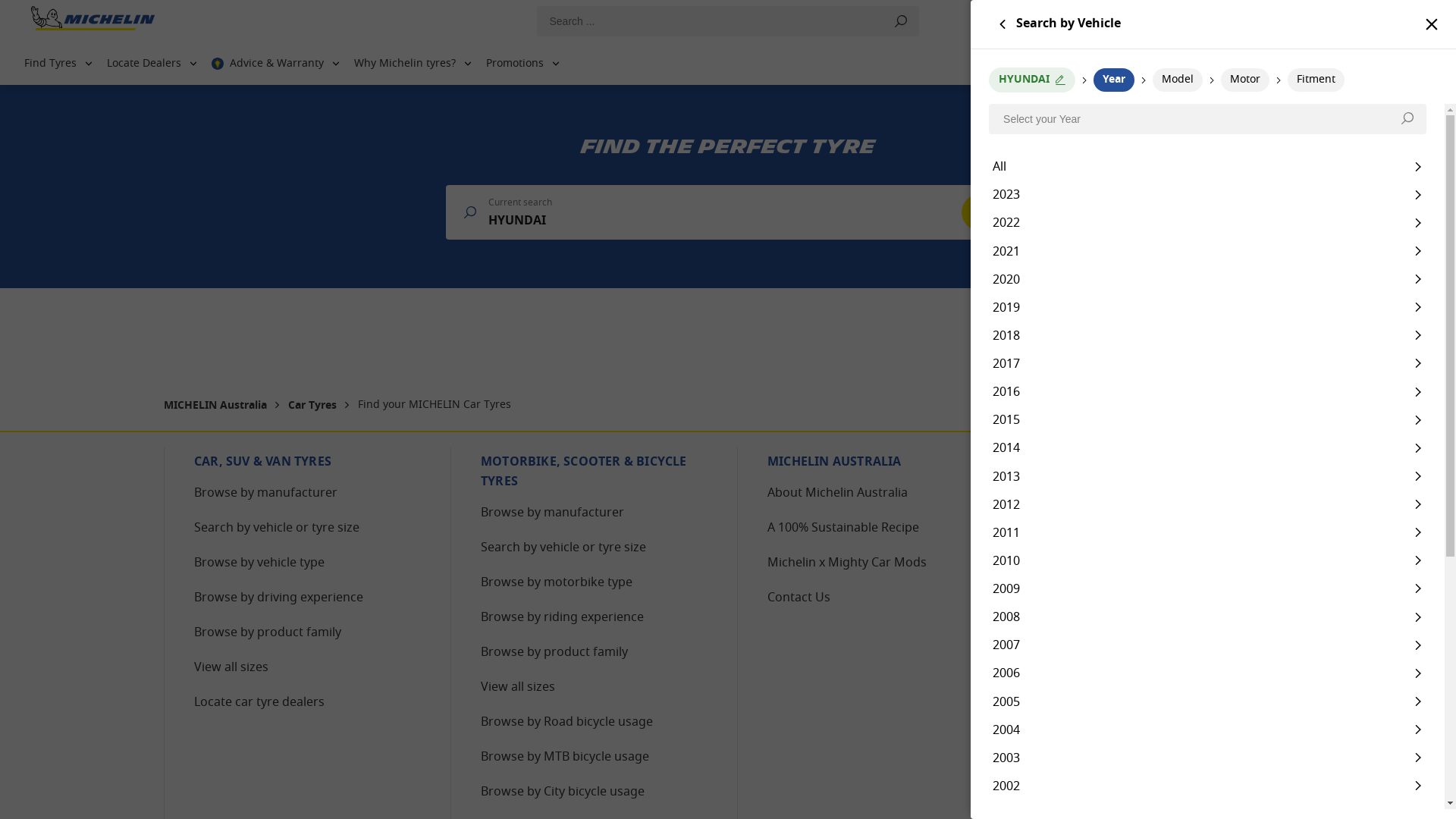 This screenshot has height=819, width=1456. I want to click on 'Model', so click(1177, 80).